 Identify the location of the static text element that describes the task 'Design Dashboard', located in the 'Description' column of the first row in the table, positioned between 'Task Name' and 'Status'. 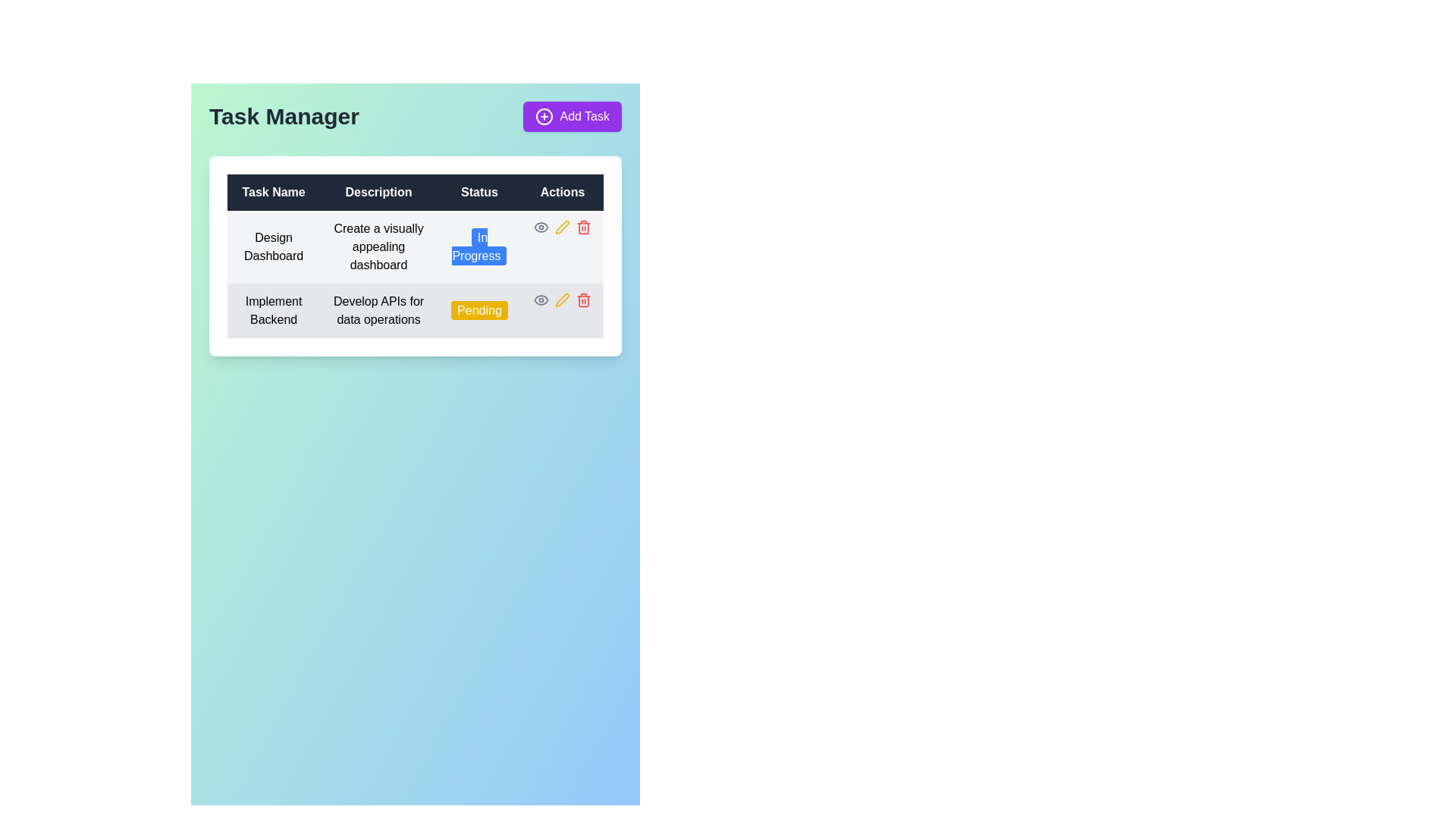
(378, 246).